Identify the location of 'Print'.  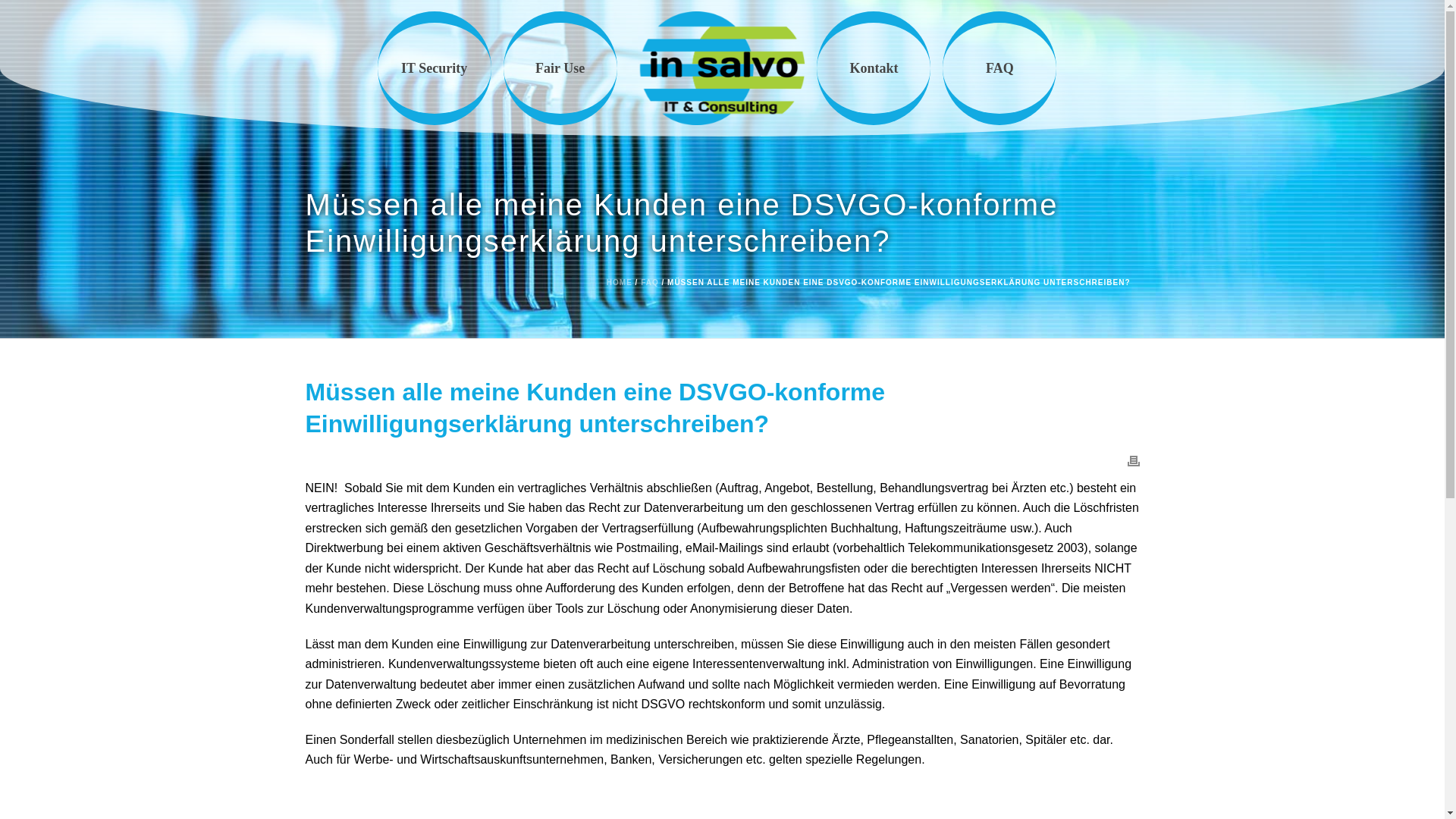
(1132, 460).